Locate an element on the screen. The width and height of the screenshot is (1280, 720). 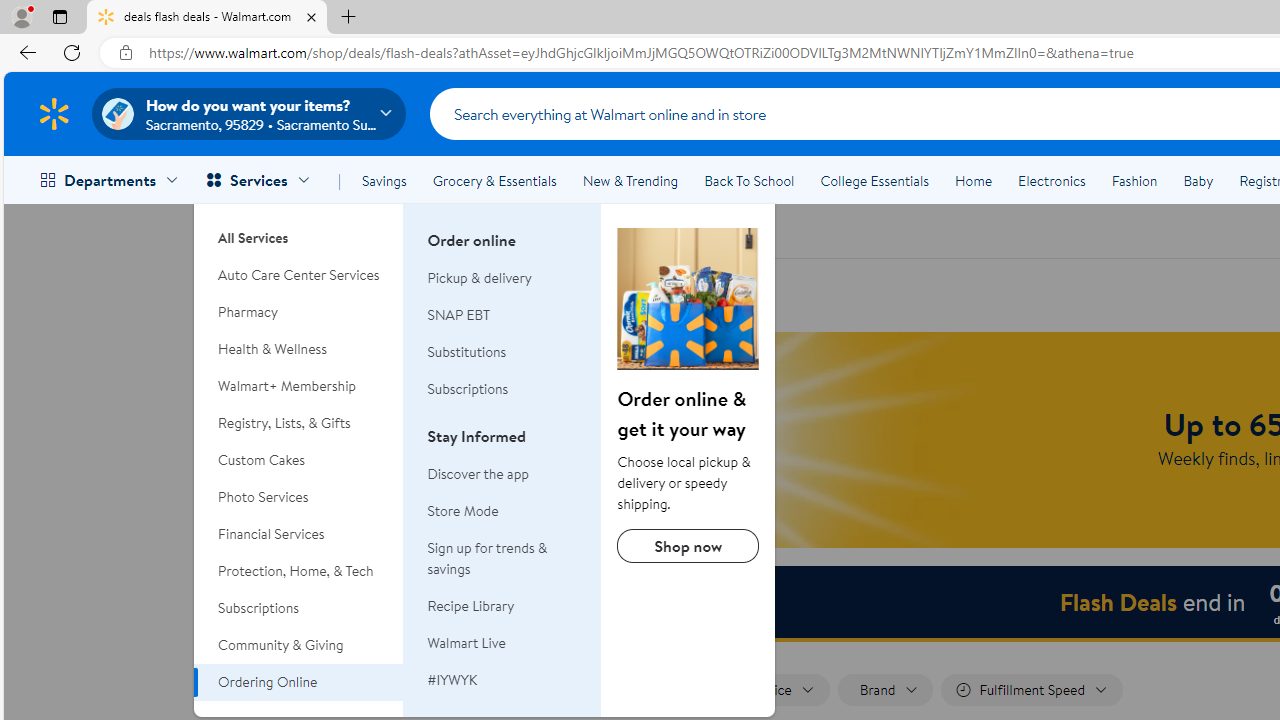
'Subscriptions' is located at coordinates (503, 389).